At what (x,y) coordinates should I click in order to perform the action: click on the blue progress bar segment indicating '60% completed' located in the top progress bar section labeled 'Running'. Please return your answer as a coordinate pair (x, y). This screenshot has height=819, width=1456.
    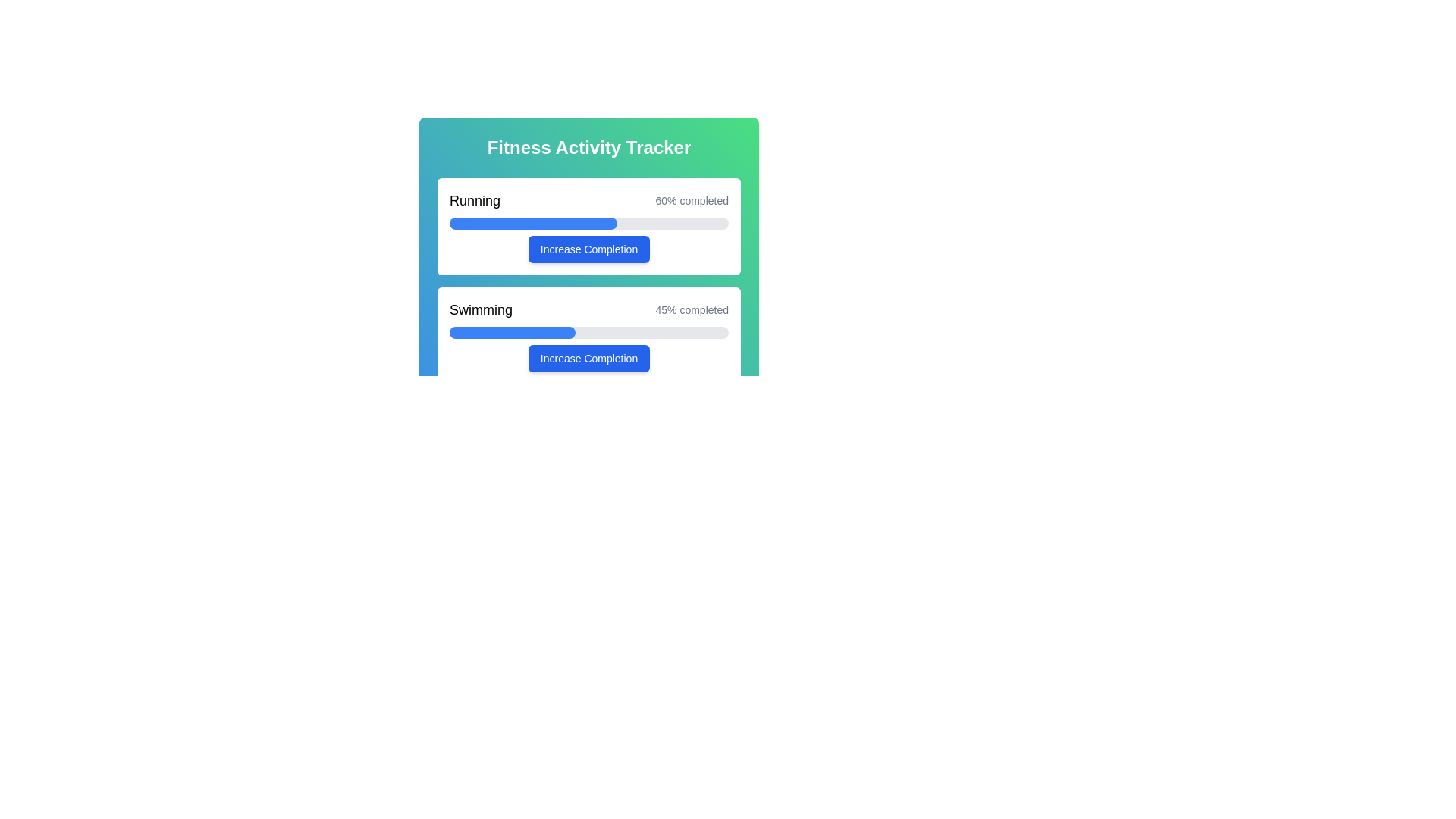
    Looking at the image, I should click on (533, 223).